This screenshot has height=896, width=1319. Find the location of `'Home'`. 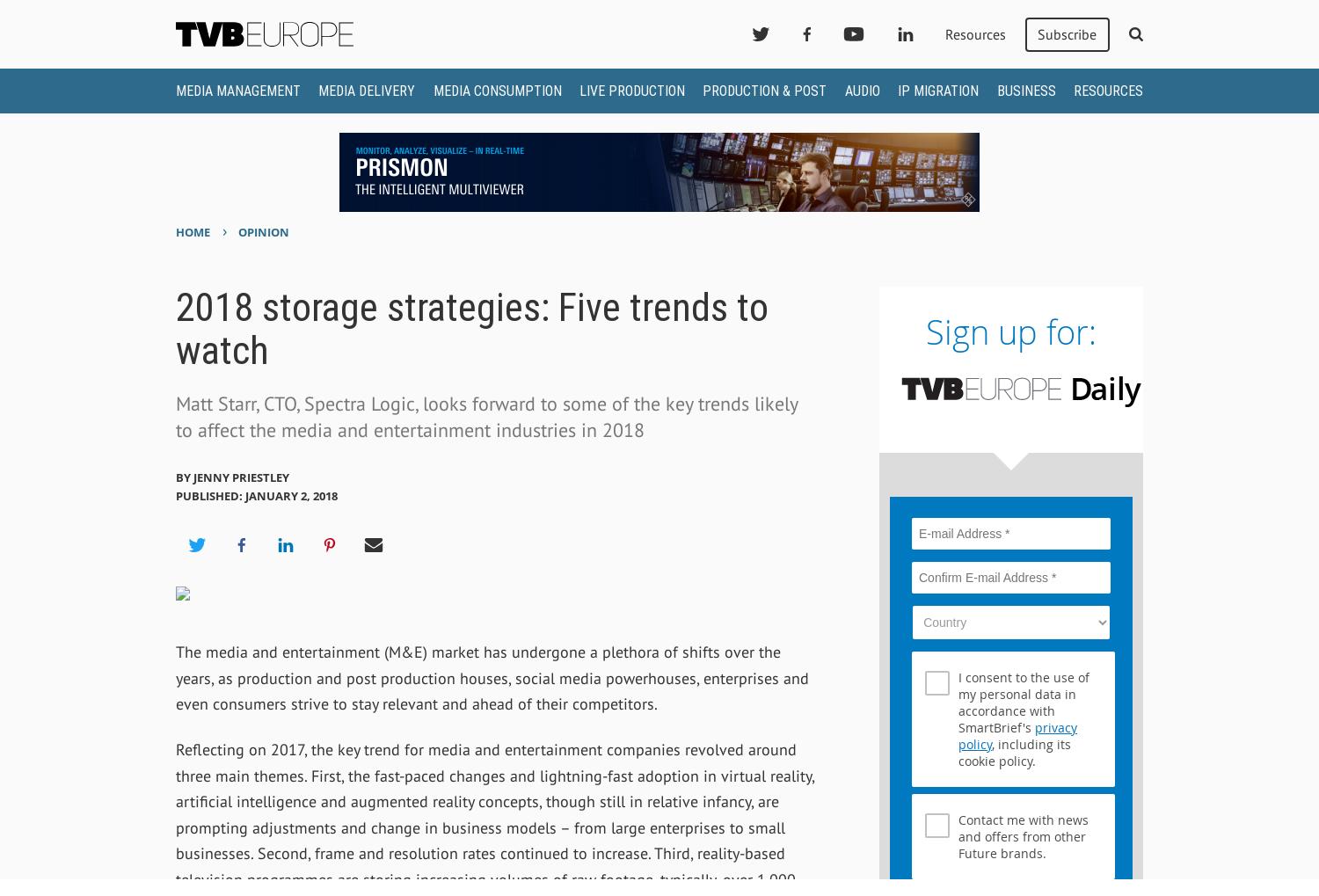

'Home' is located at coordinates (191, 232).